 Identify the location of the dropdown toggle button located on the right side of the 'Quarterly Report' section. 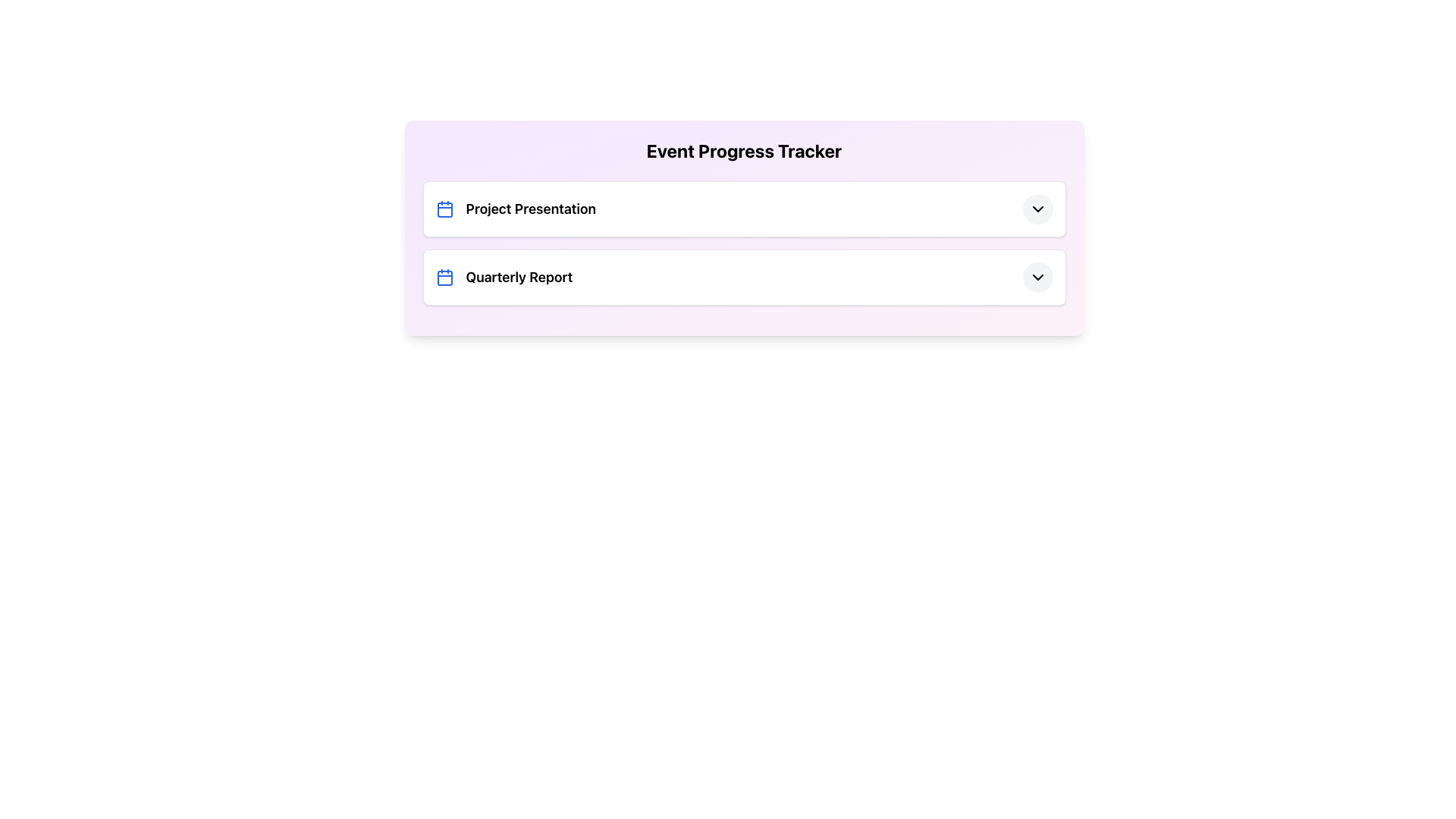
(1037, 278).